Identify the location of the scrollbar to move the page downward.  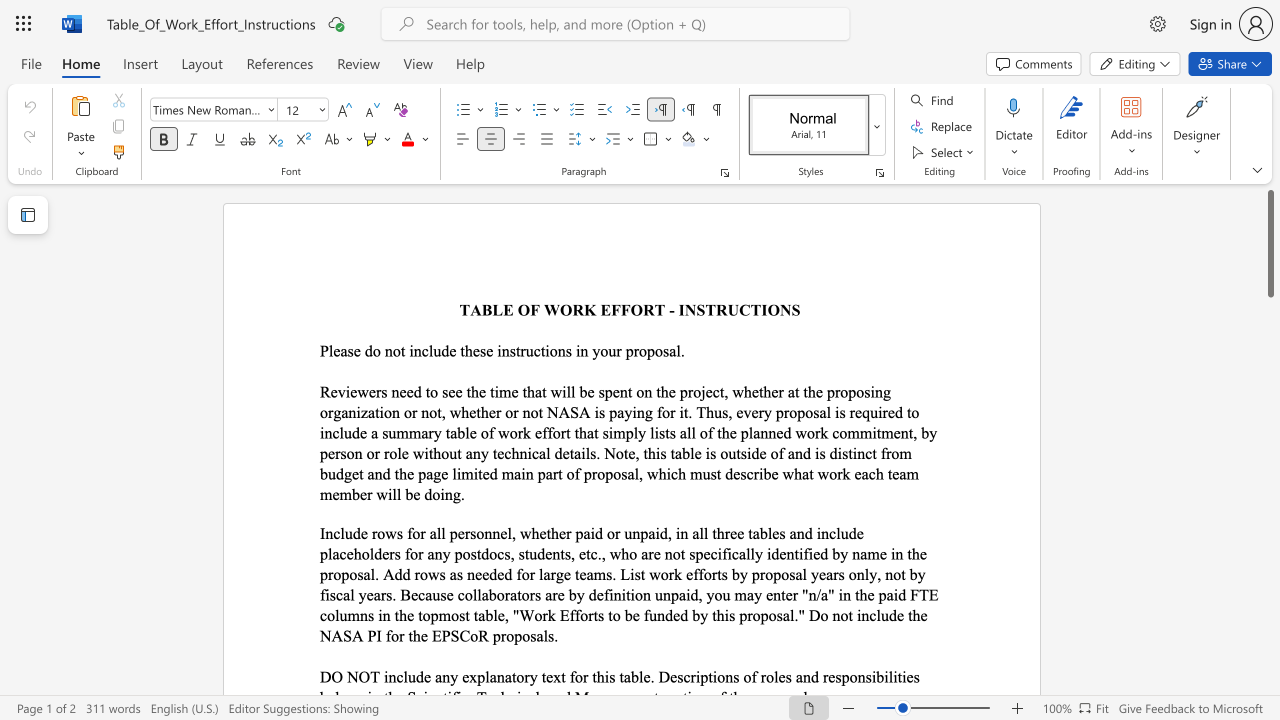
(1269, 408).